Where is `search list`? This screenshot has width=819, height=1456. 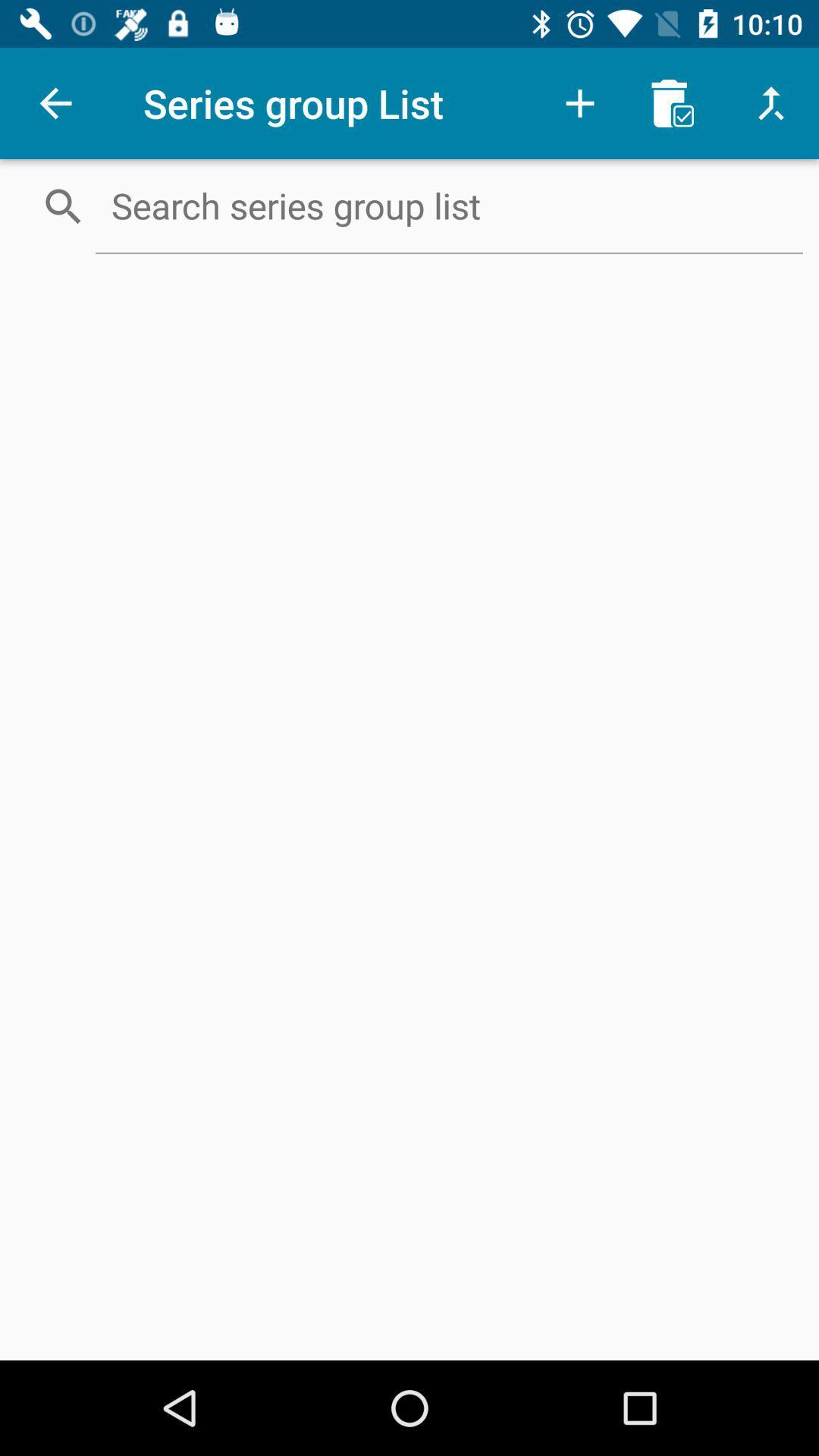
search list is located at coordinates (448, 205).